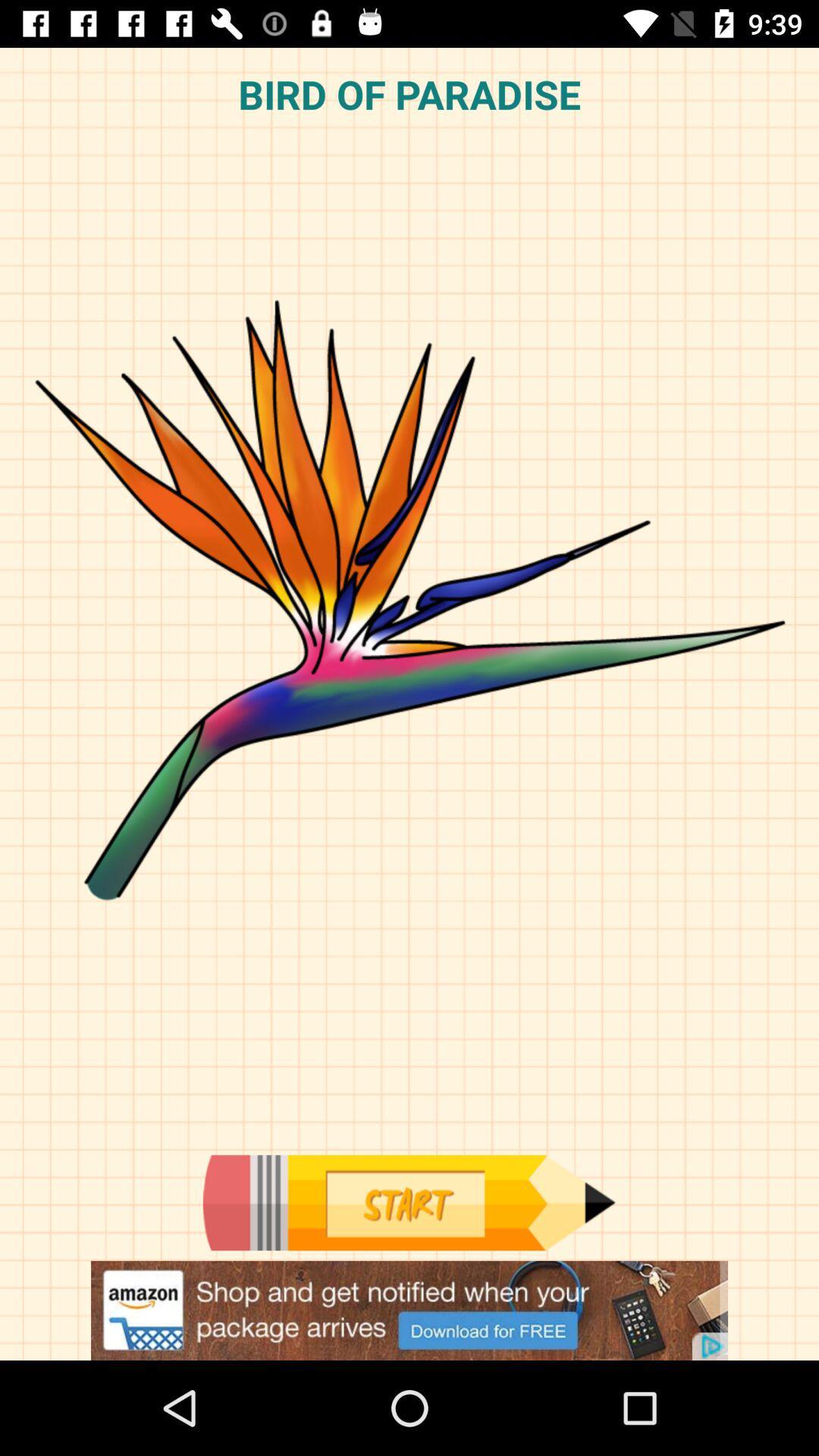  I want to click on start application, so click(408, 1202).